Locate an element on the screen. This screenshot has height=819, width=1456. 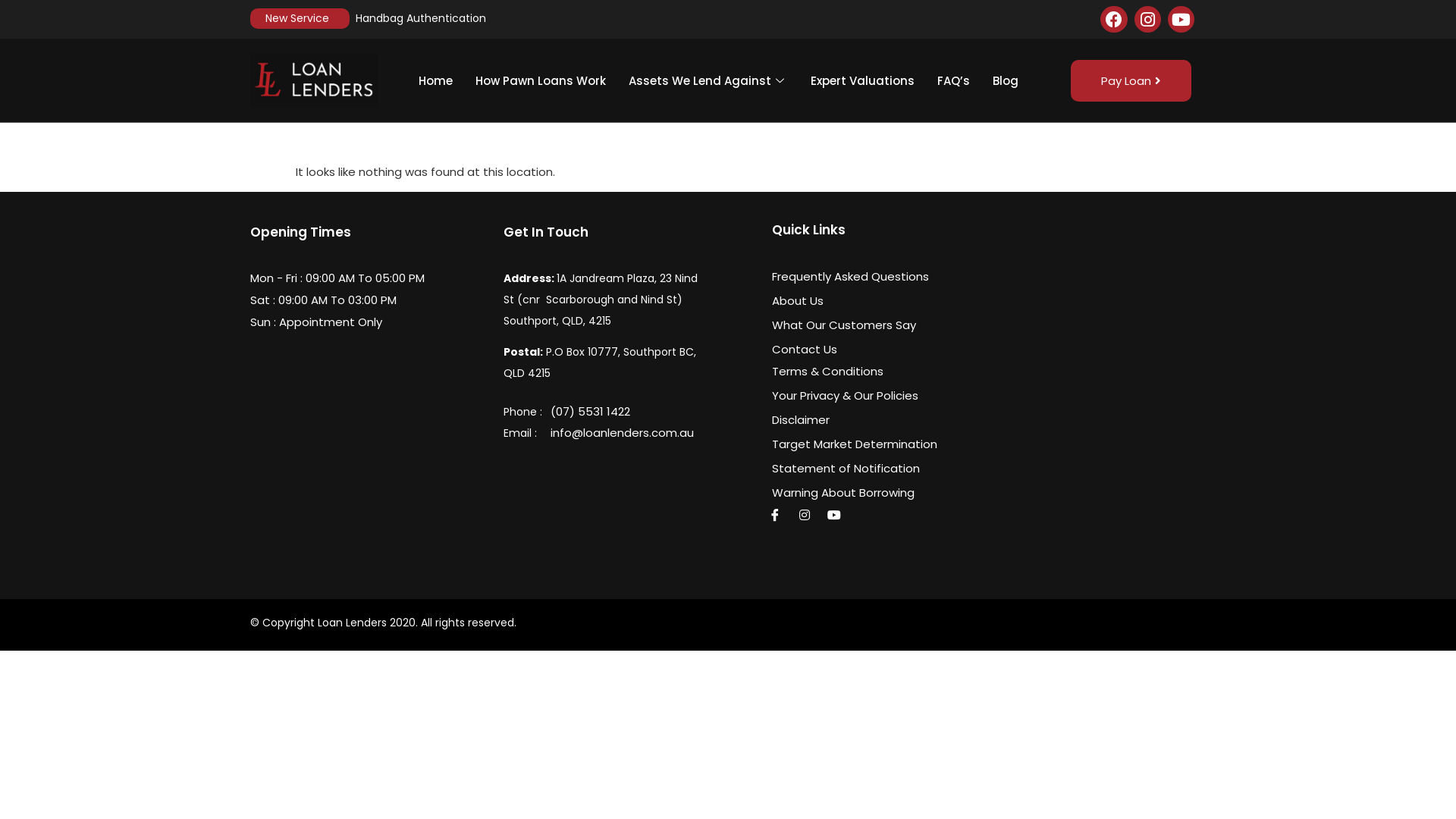
'How Pawn Loans Work' is located at coordinates (463, 80).